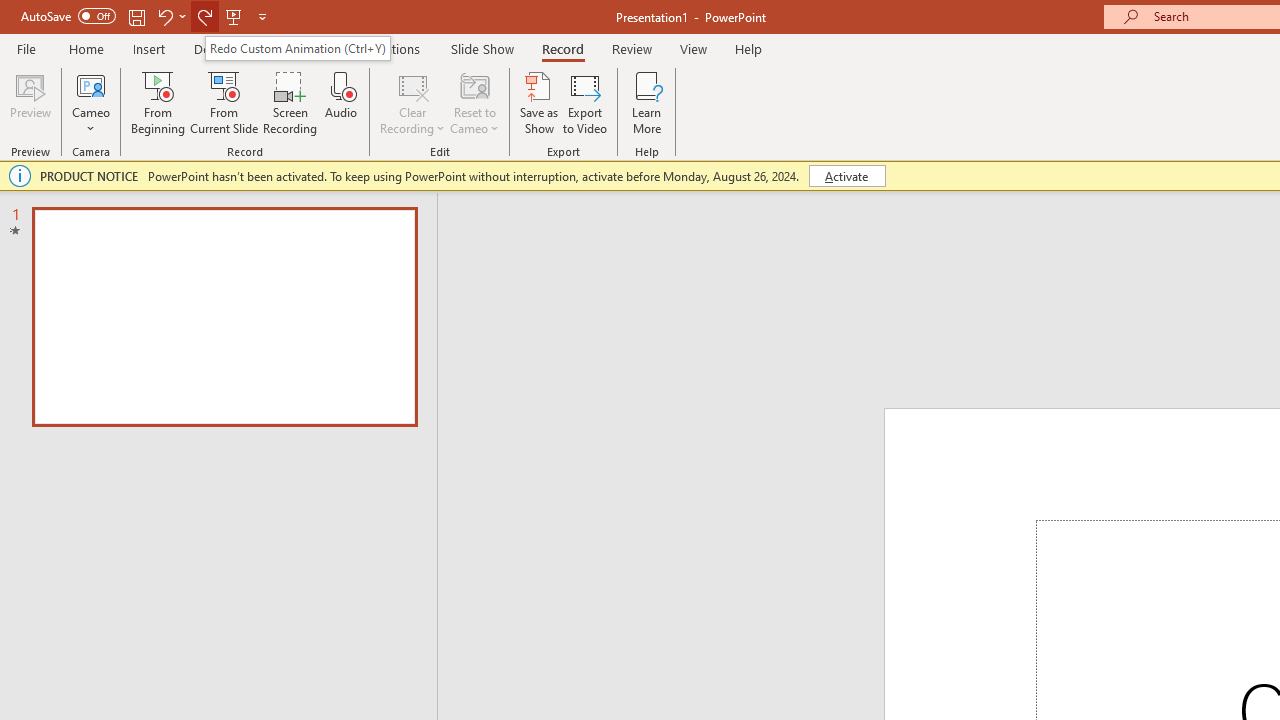  Describe the element at coordinates (647, 103) in the screenshot. I see `'Learn More'` at that location.